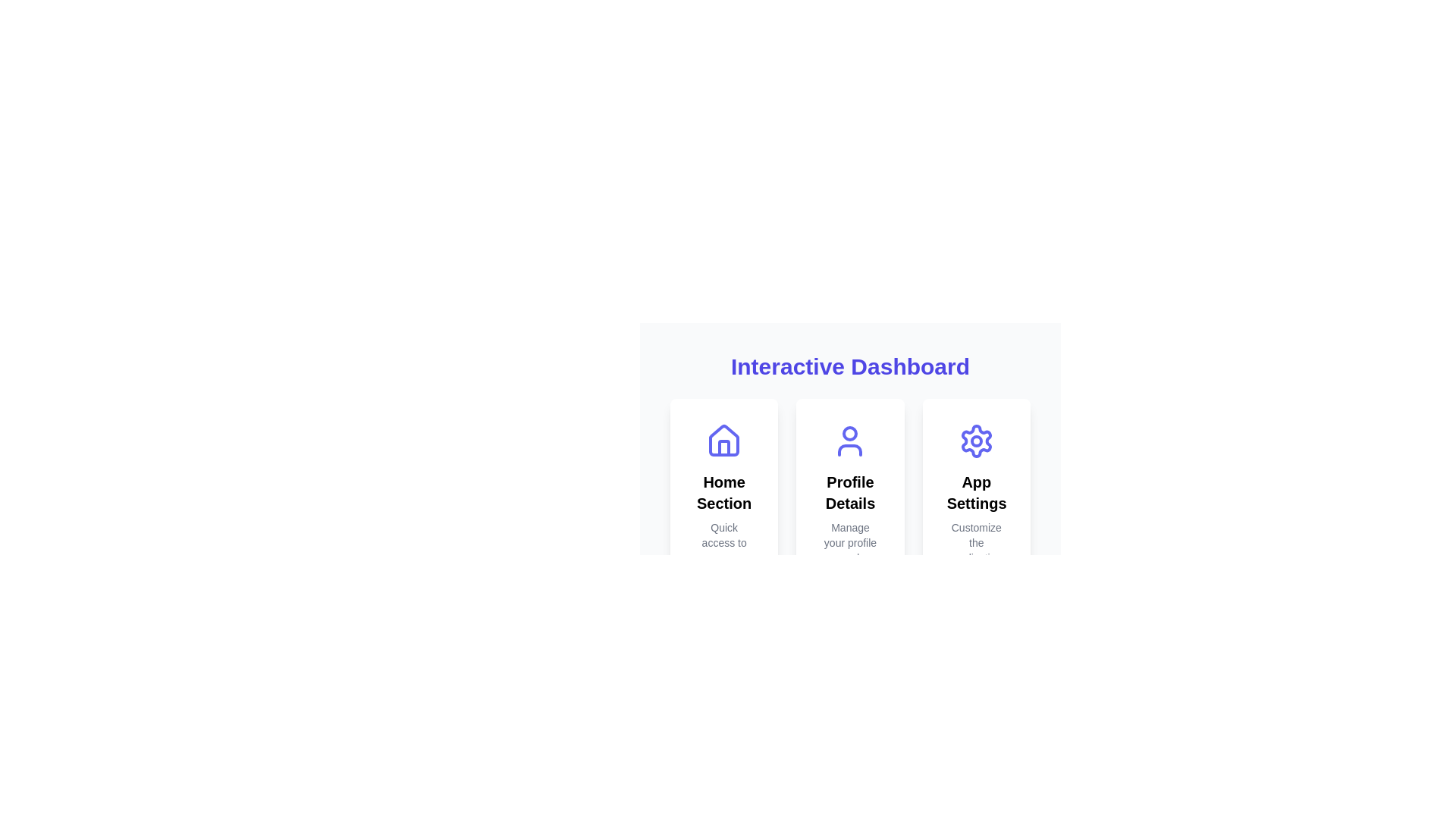  Describe the element at coordinates (850, 493) in the screenshot. I see `the 'Profile Details' text label, which serves as the prominent header indicating the purpose of the section` at that location.